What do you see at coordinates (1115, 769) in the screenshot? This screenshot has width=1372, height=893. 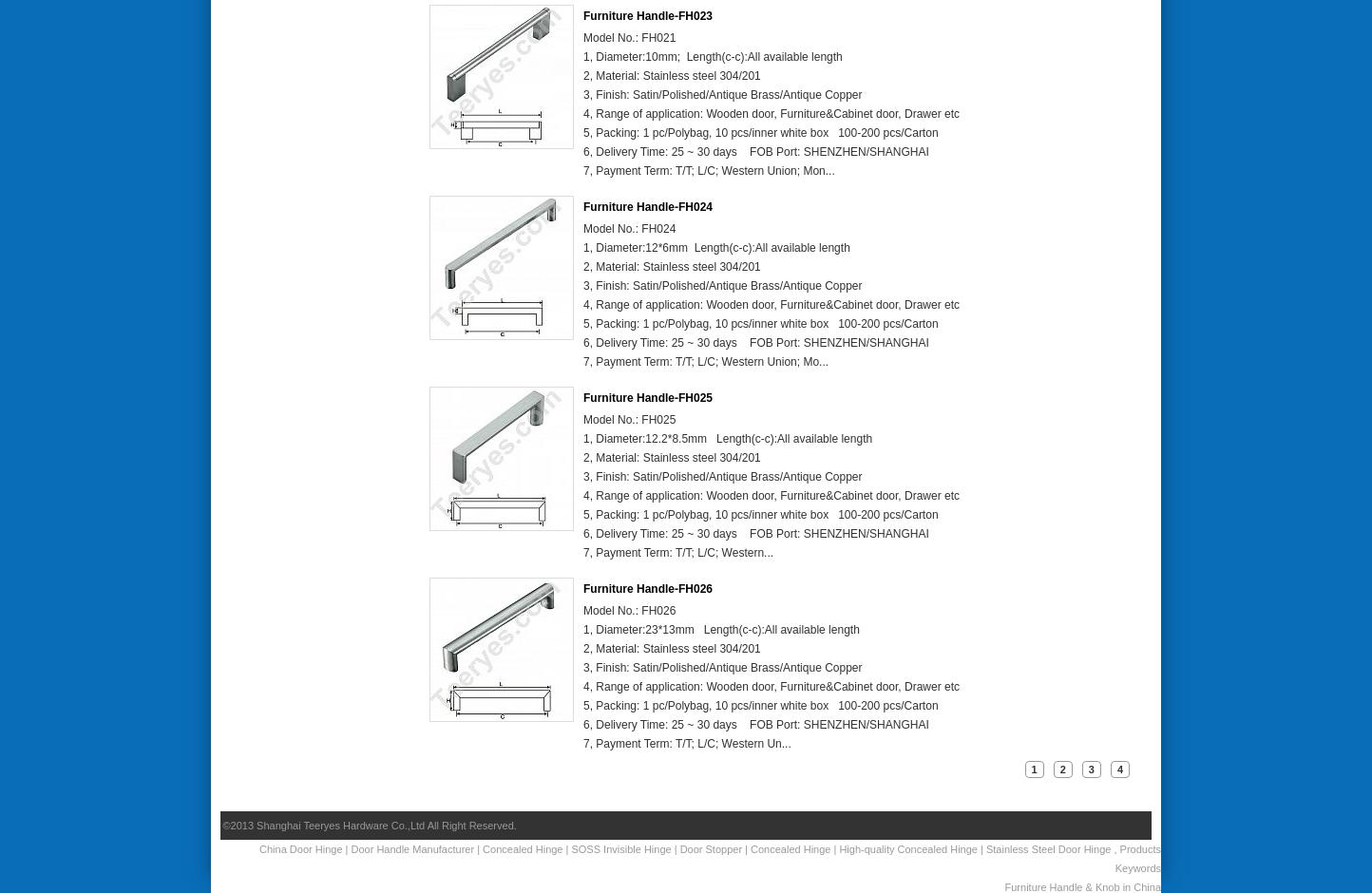 I see `'4'` at bounding box center [1115, 769].